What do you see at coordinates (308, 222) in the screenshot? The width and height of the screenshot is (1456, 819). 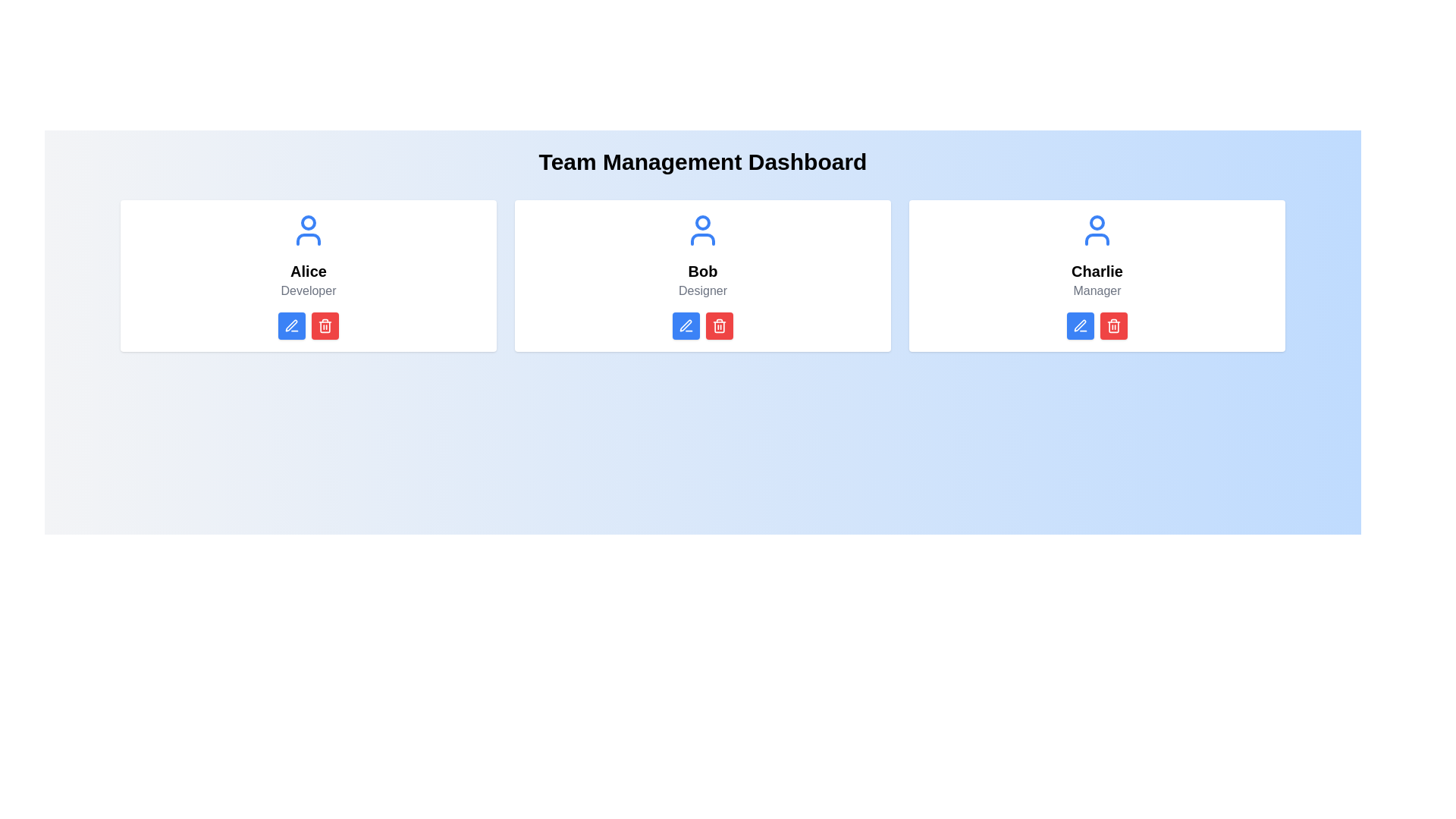 I see `the circular shape representing the head of the user icon for 'Alice' located at the top-center of the leftmost card in the dashboard layout` at bounding box center [308, 222].